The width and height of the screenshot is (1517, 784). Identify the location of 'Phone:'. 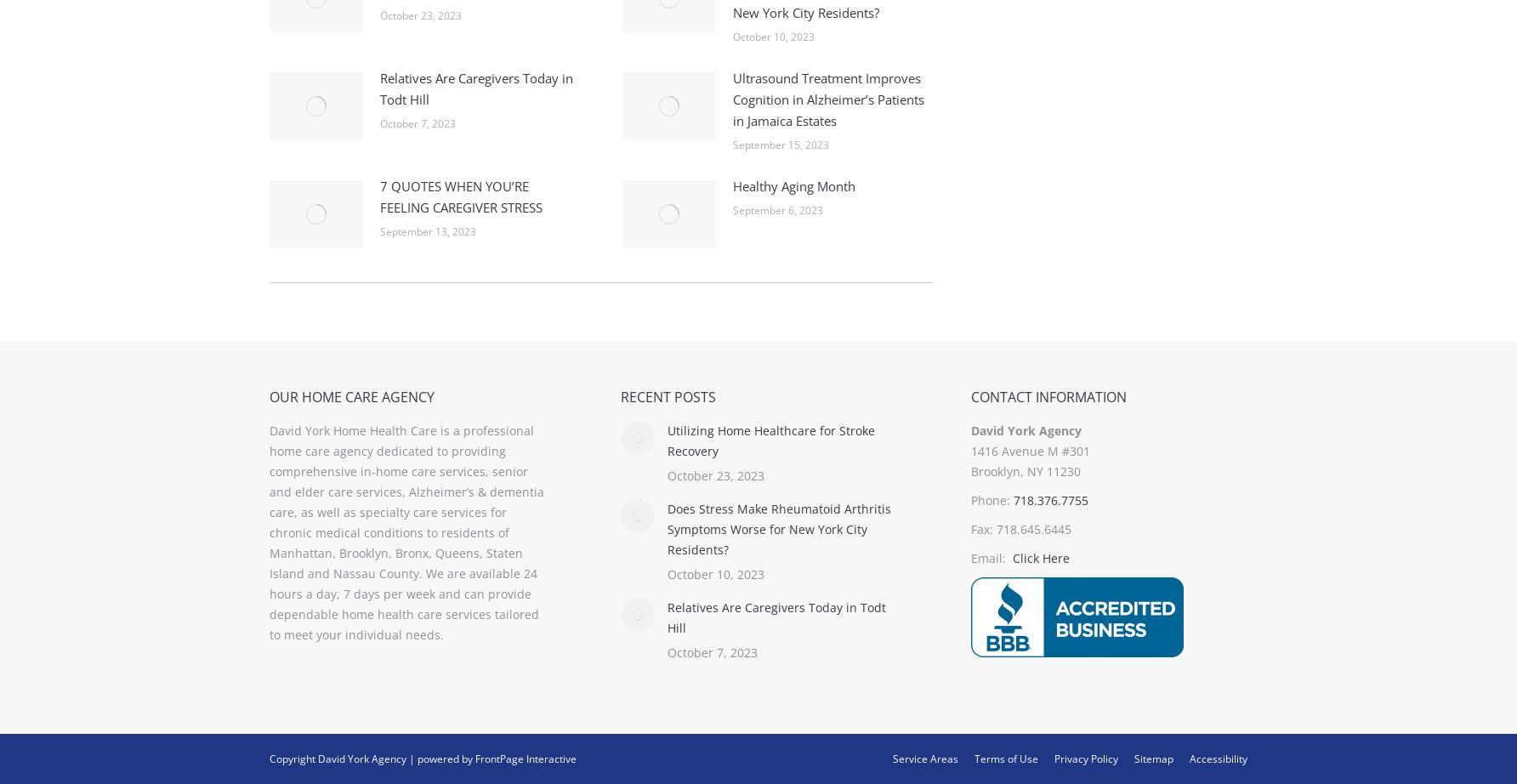
(991, 500).